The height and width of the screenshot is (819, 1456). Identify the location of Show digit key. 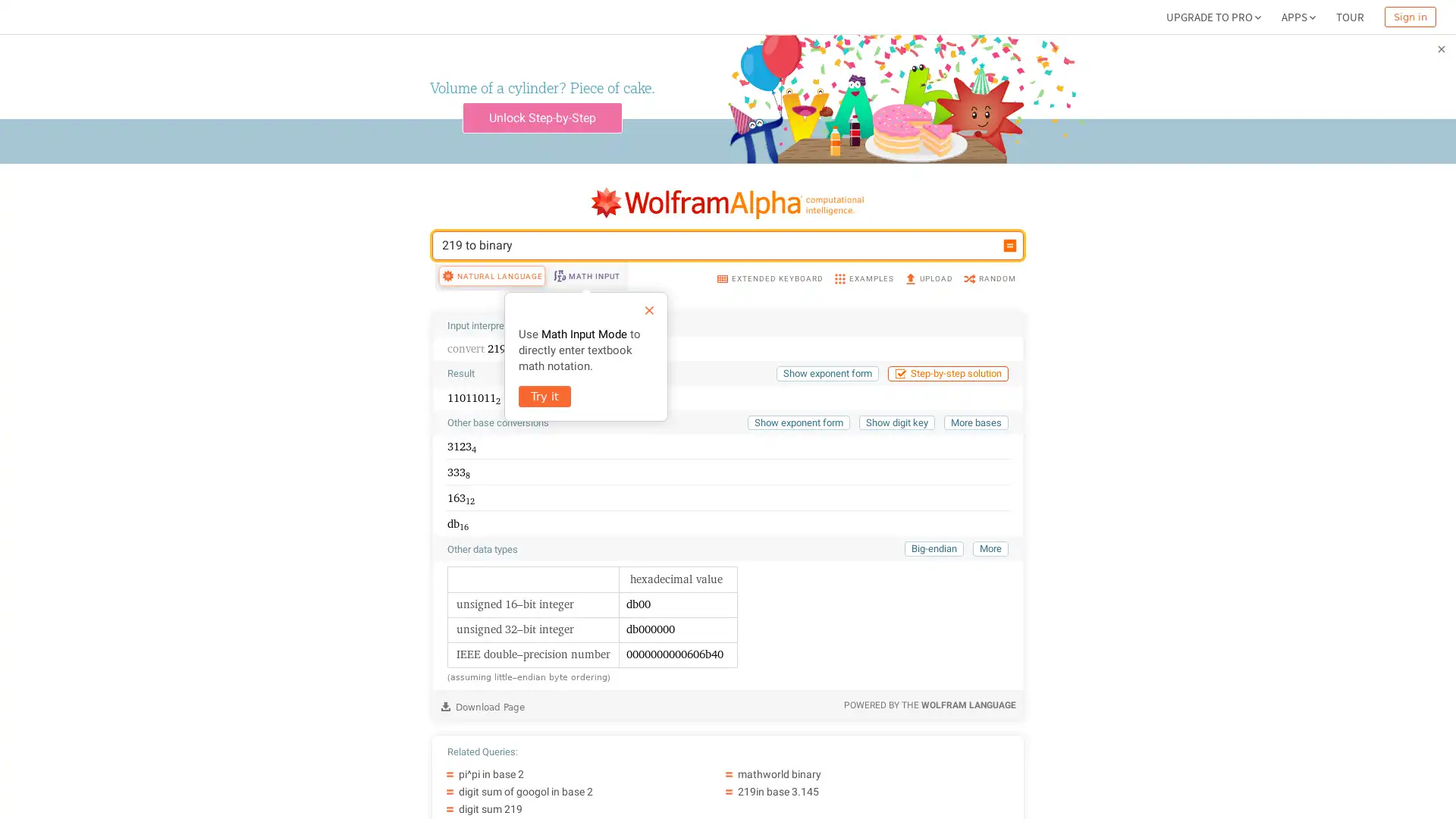
(896, 451).